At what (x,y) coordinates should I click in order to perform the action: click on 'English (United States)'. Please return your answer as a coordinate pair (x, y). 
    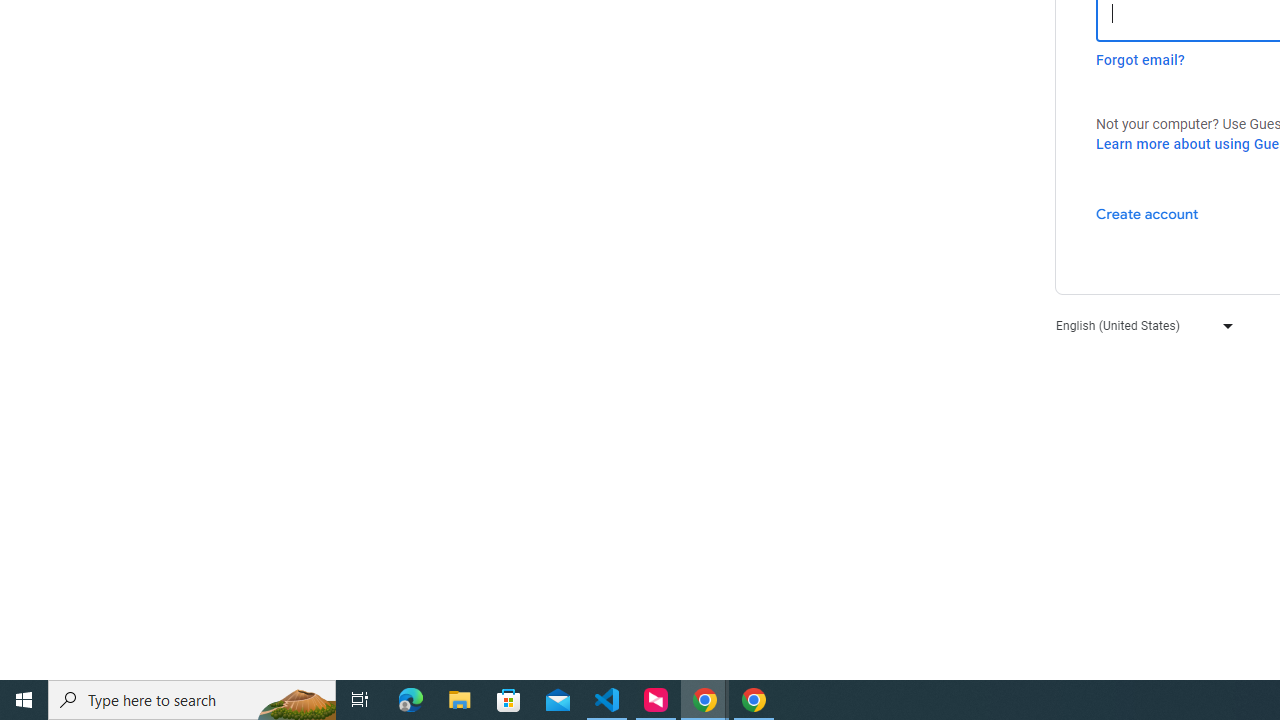
    Looking at the image, I should click on (1139, 324).